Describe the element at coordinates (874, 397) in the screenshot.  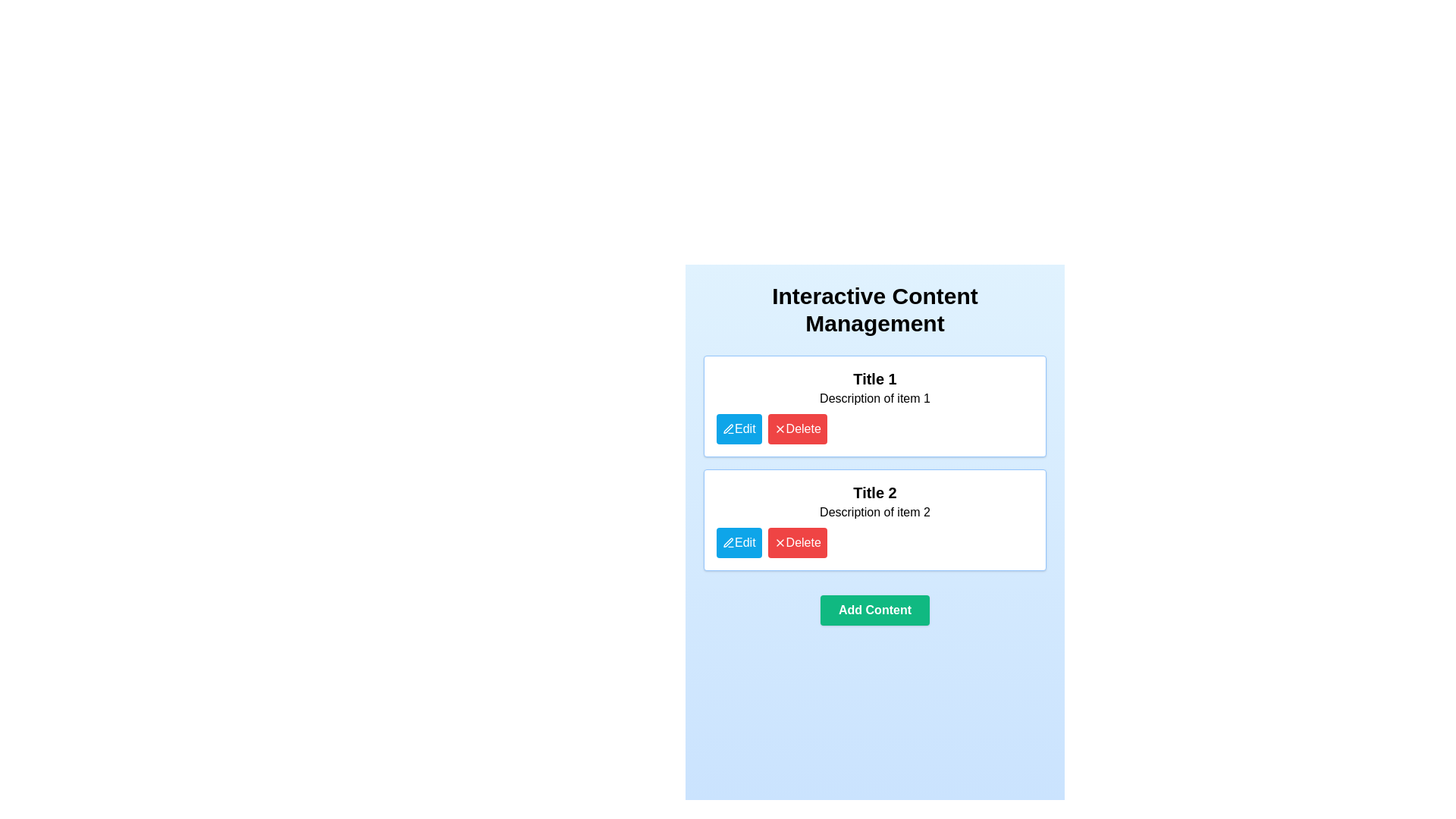
I see `the static text element located below 'Title 1', which provides descriptive detail about the corresponding item` at that location.